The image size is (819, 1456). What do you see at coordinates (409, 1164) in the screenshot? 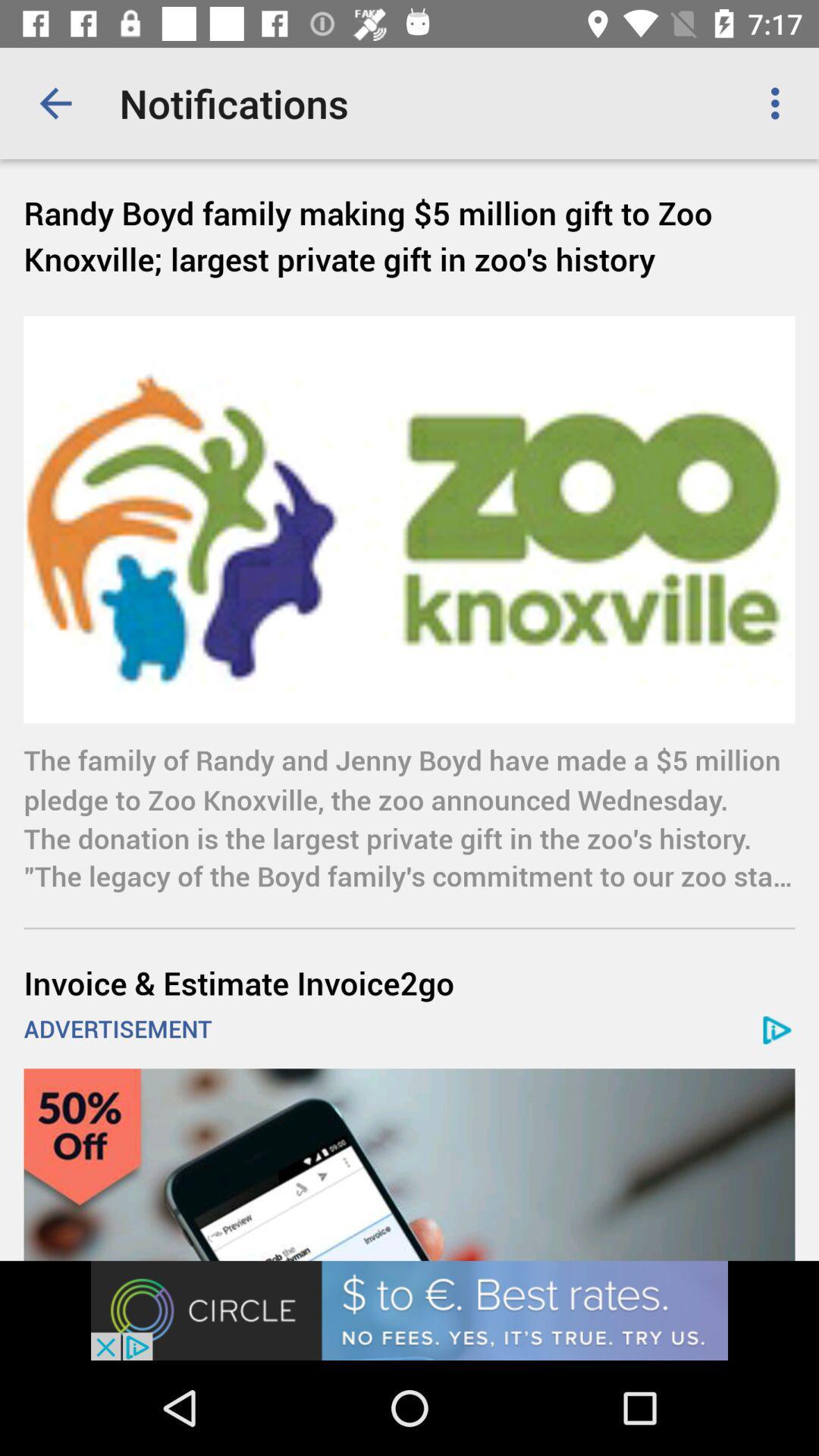
I see `sponsored content` at bounding box center [409, 1164].